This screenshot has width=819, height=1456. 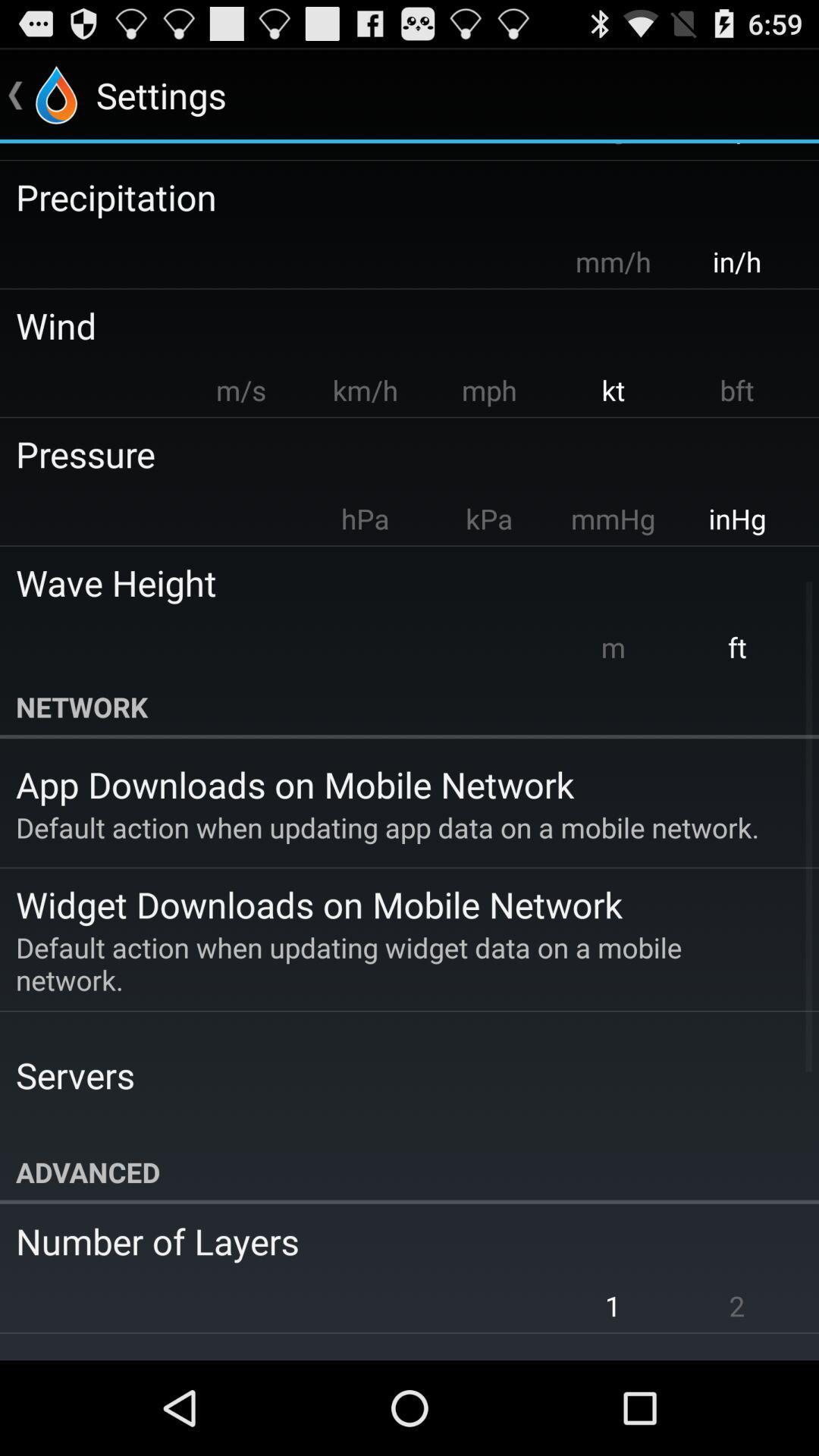 I want to click on the kpa icon, so click(x=488, y=519).